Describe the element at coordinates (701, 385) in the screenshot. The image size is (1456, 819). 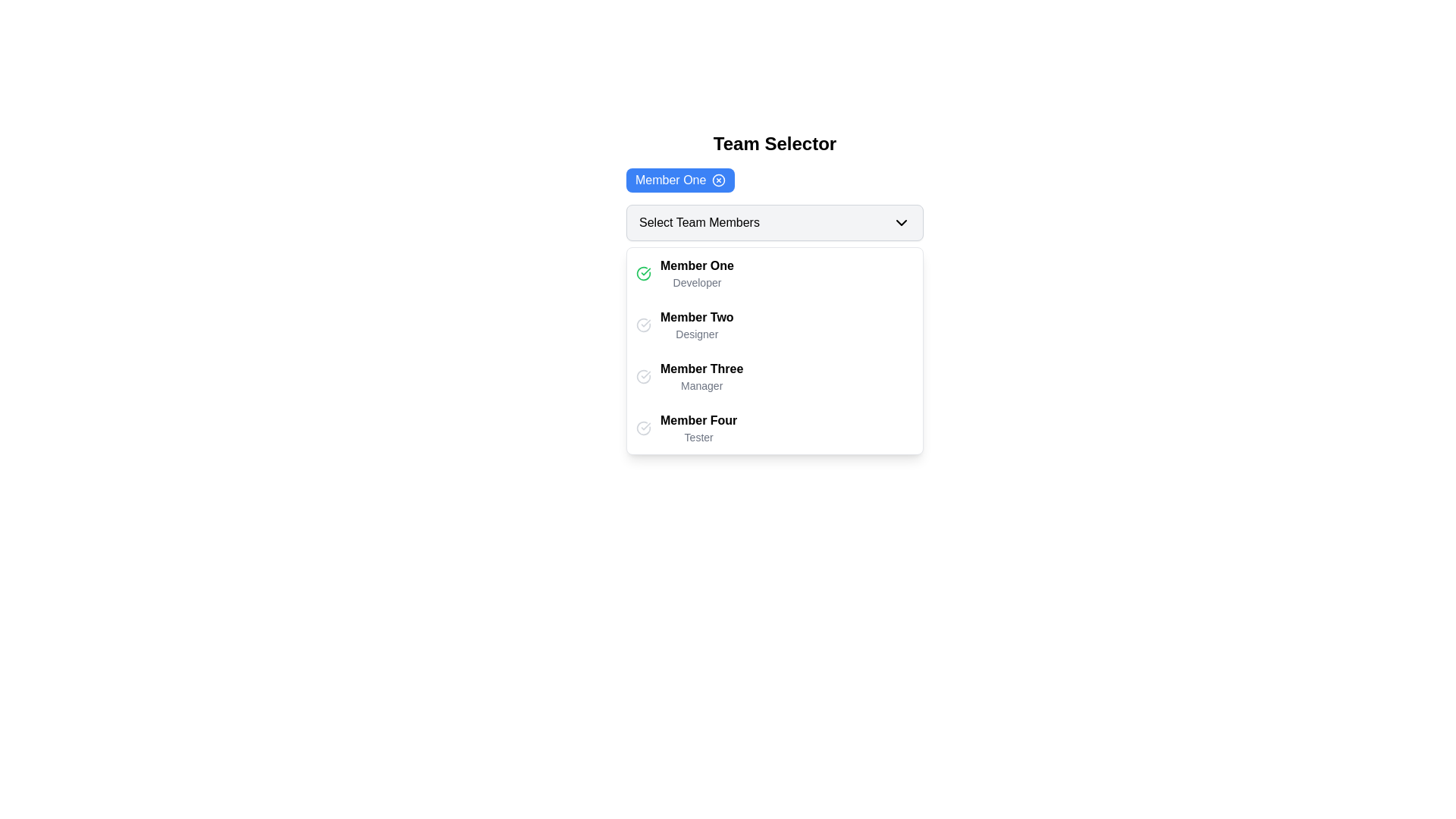
I see `the text label indicating the role or attributes of 'Member Three' located below the main text in the dropdown menu` at that location.